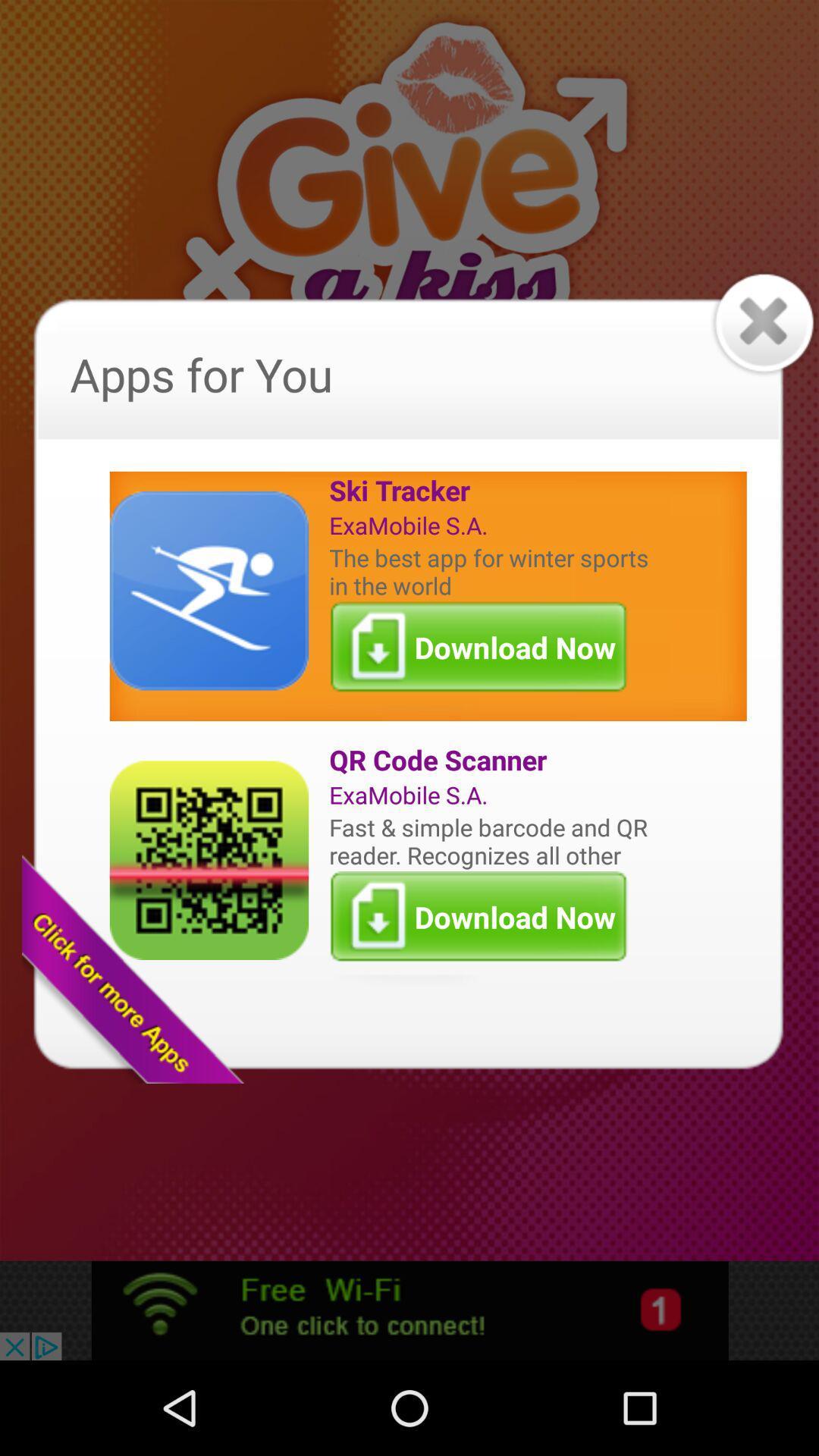  What do you see at coordinates (492, 490) in the screenshot?
I see `the item below apps for you item` at bounding box center [492, 490].